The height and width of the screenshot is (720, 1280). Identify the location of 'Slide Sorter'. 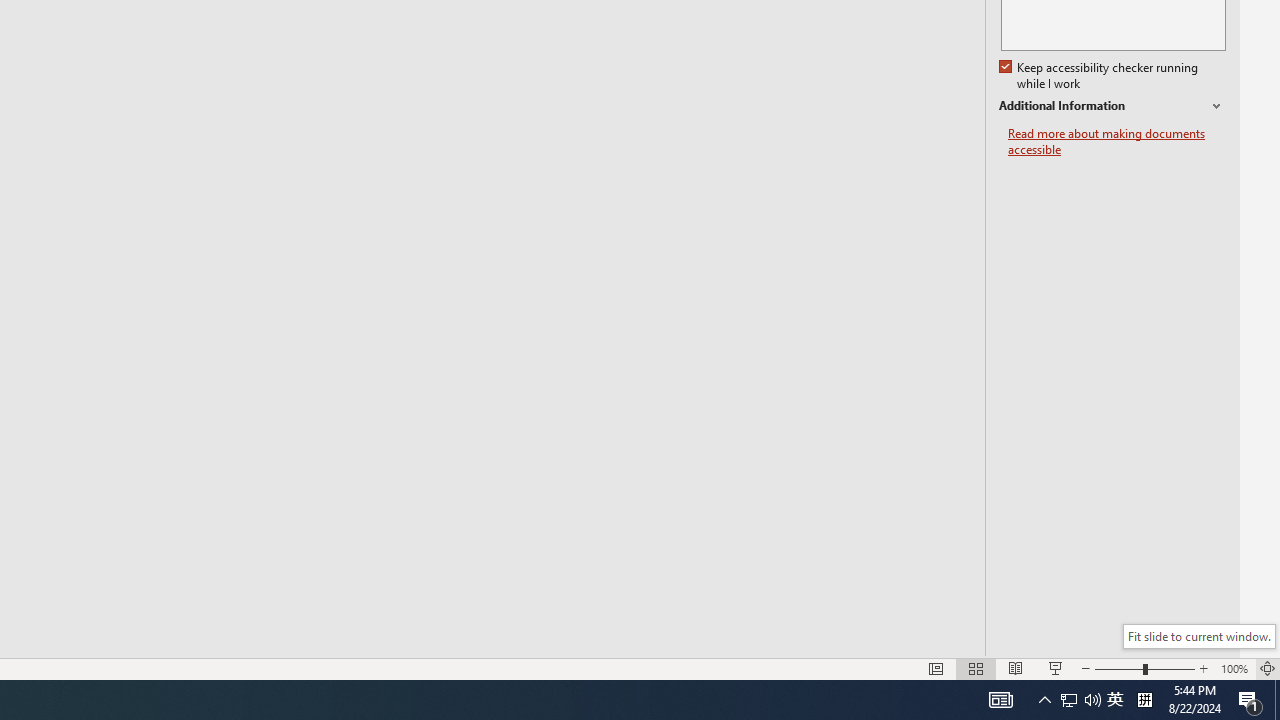
(976, 669).